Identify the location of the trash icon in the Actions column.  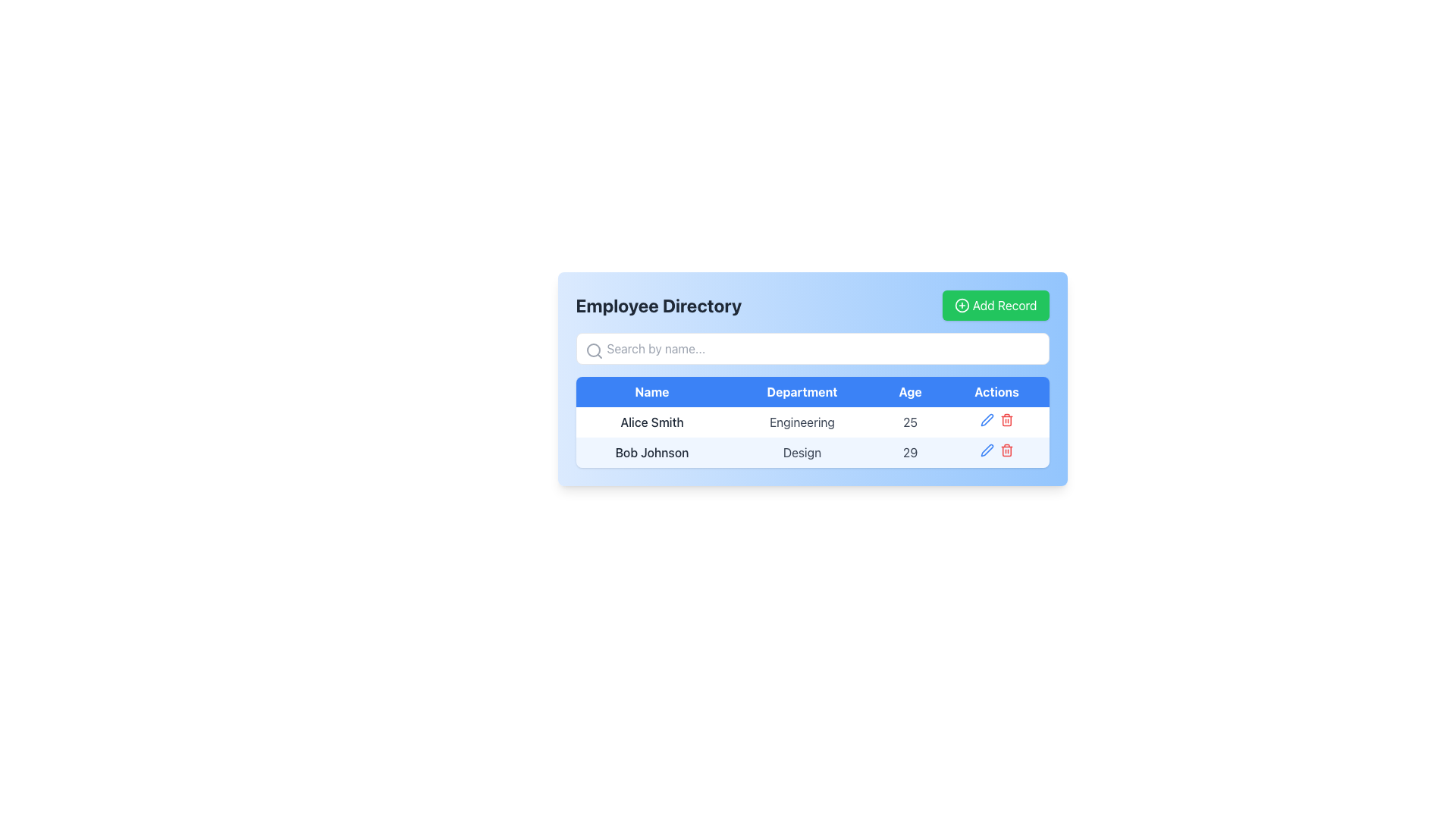
(1006, 450).